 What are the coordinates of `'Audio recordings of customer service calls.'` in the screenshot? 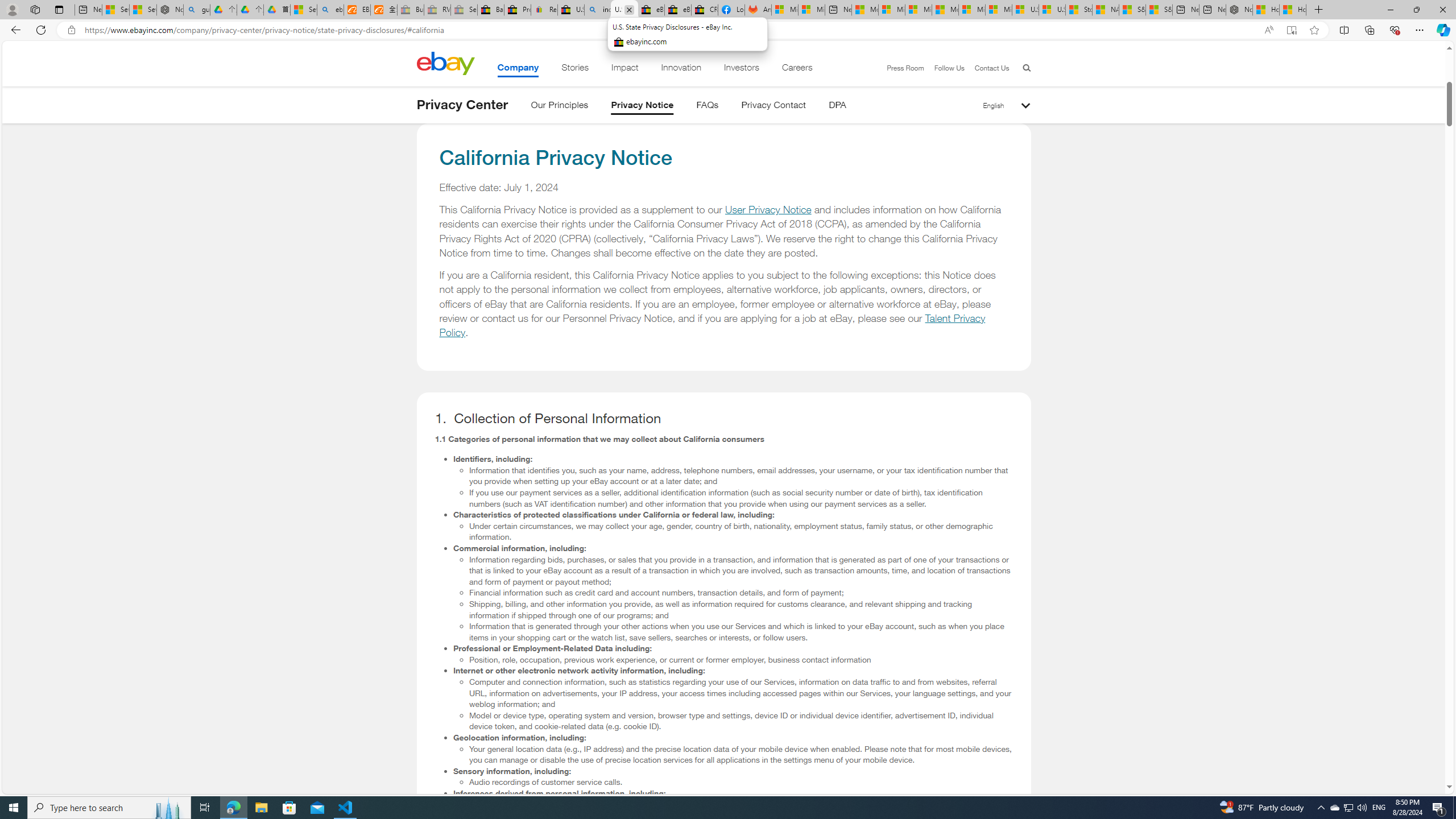 It's located at (741, 781).